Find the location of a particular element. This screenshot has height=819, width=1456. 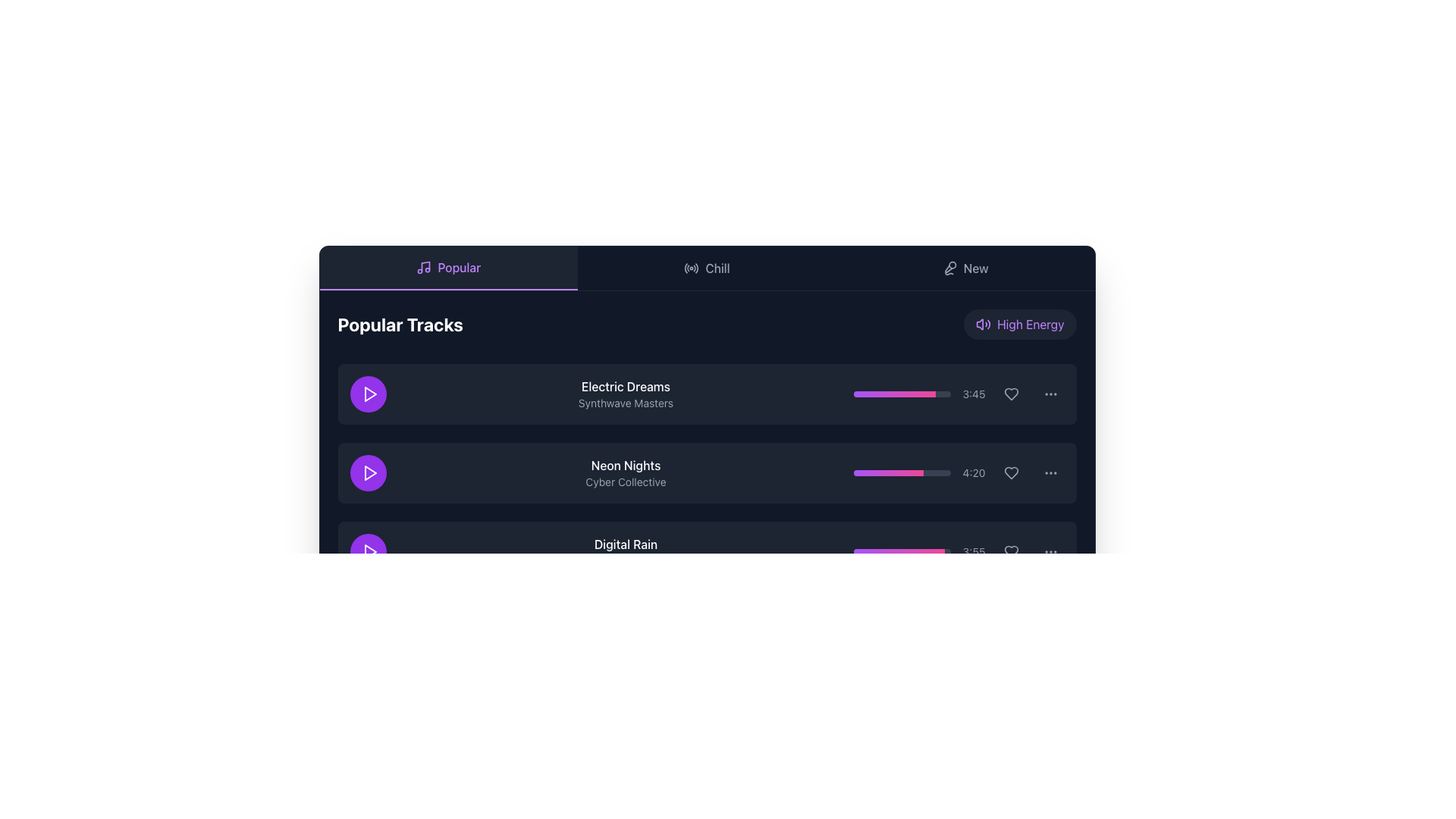

progress is located at coordinates (918, 472).